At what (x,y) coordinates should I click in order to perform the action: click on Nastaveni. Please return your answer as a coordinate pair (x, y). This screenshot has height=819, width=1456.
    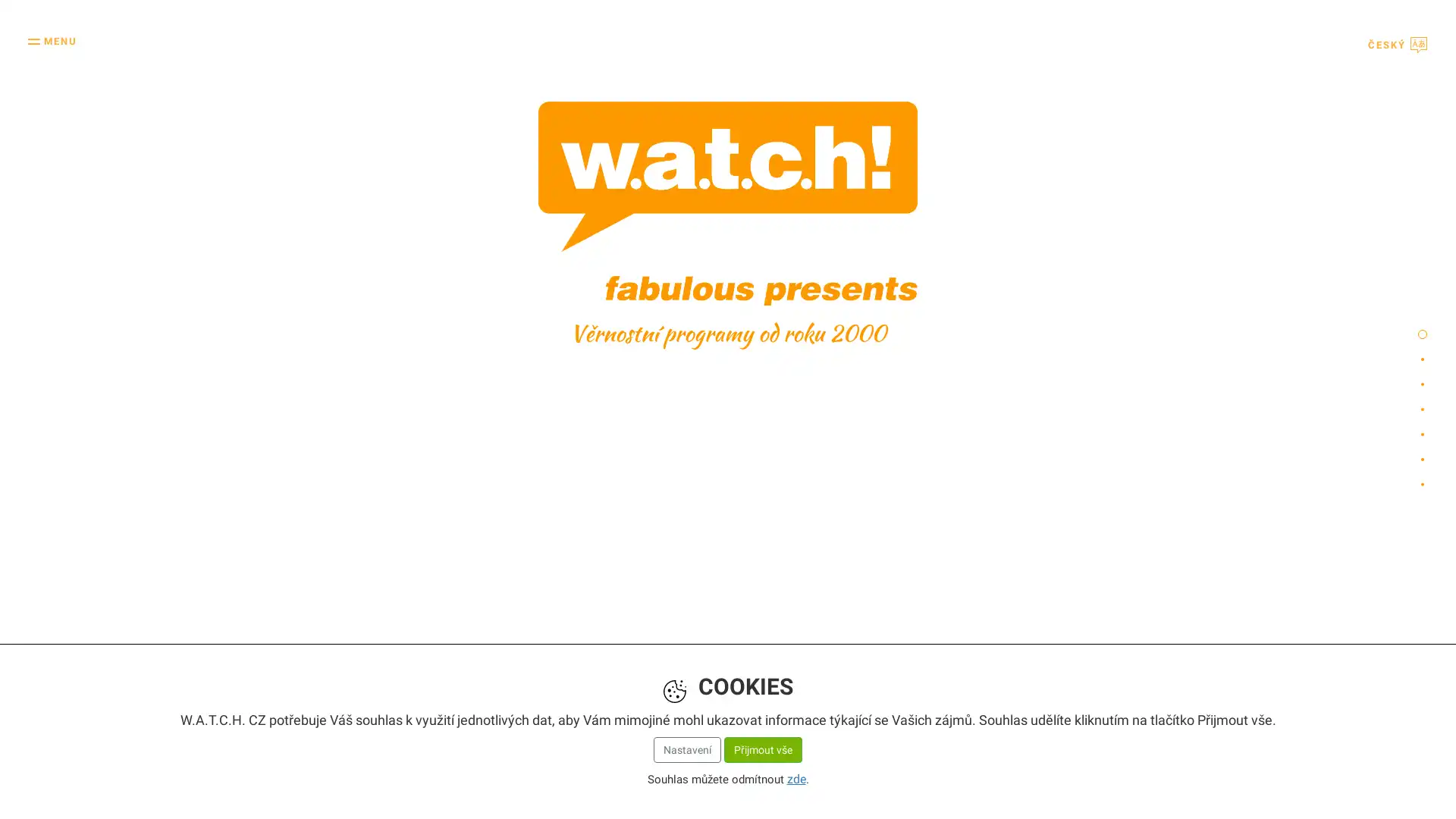
    Looking at the image, I should click on (686, 745).